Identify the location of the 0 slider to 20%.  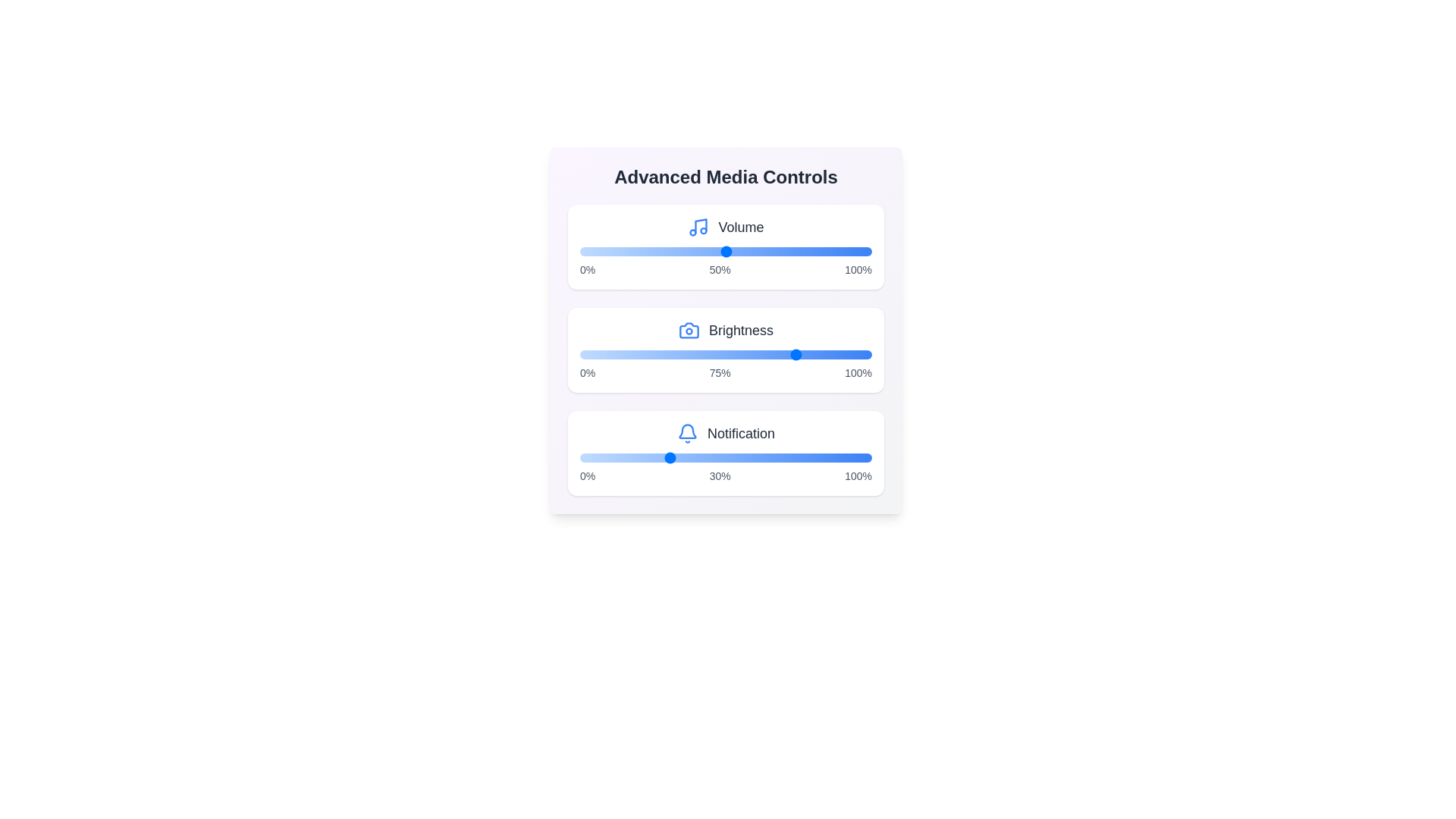
(638, 250).